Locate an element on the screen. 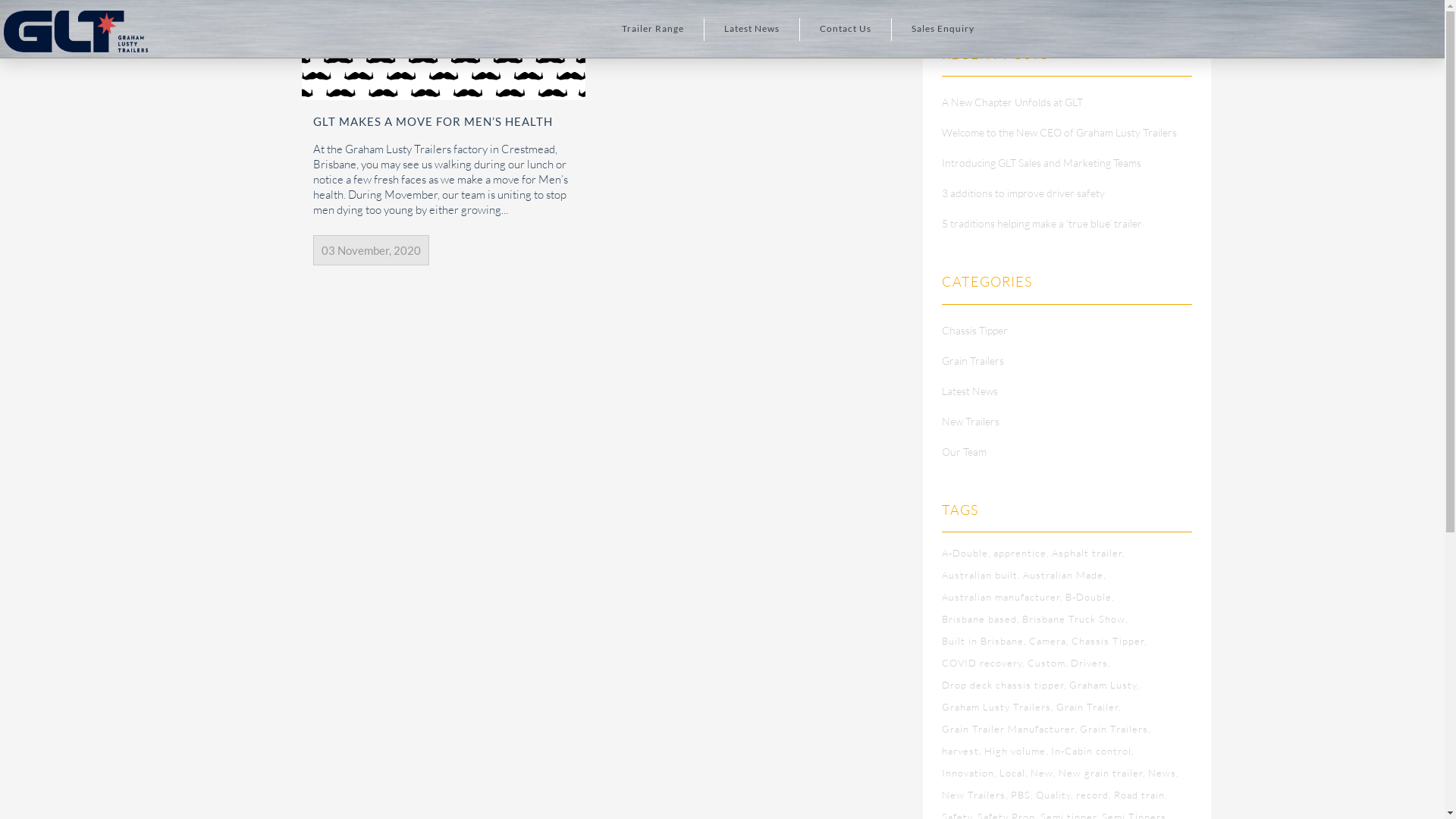 Image resolution: width=1456 pixels, height=819 pixels. 'New' is located at coordinates (1043, 772).